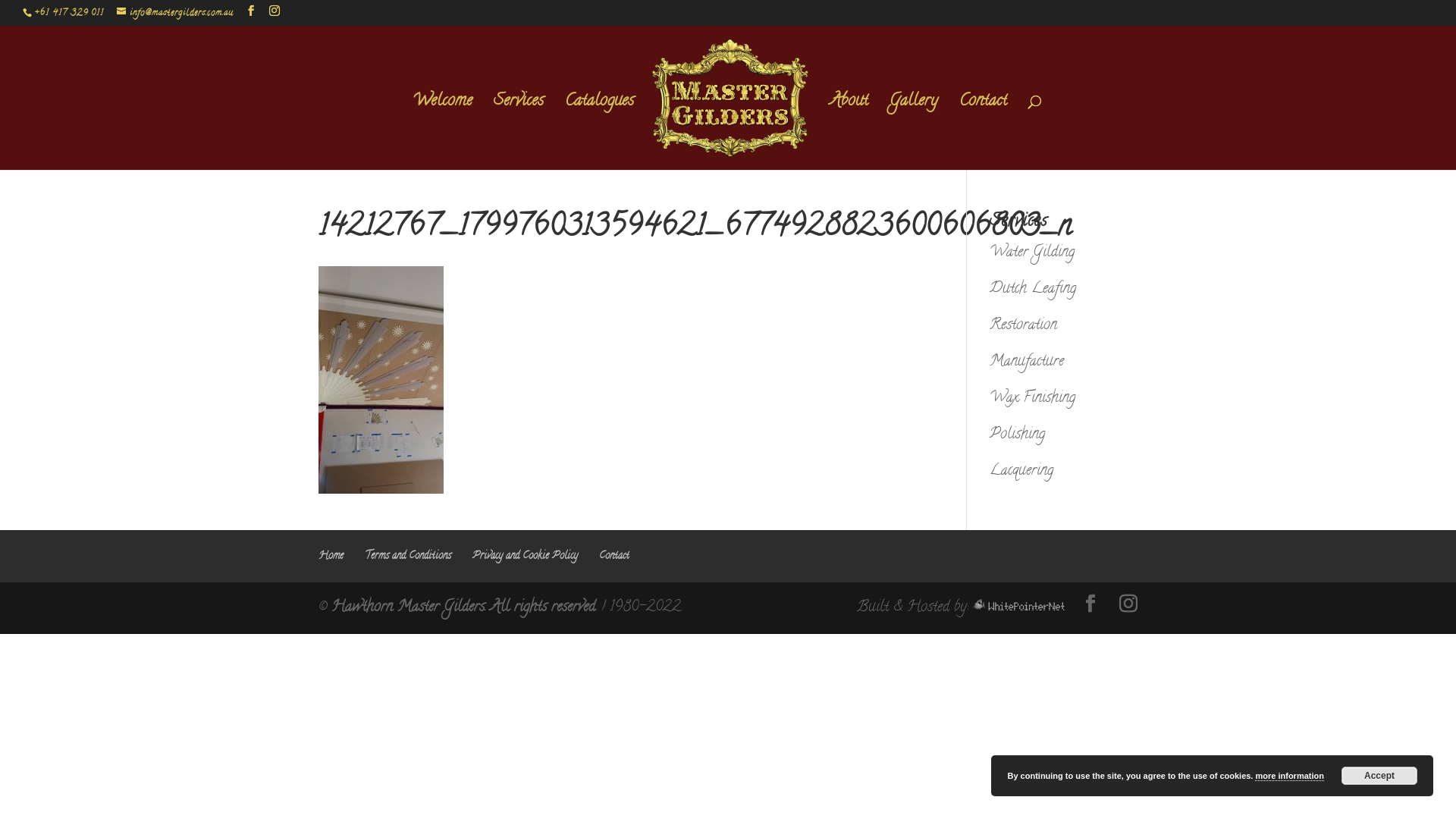 The height and width of the screenshot is (819, 1456). What do you see at coordinates (1021, 470) in the screenshot?
I see `'Lacquering'` at bounding box center [1021, 470].